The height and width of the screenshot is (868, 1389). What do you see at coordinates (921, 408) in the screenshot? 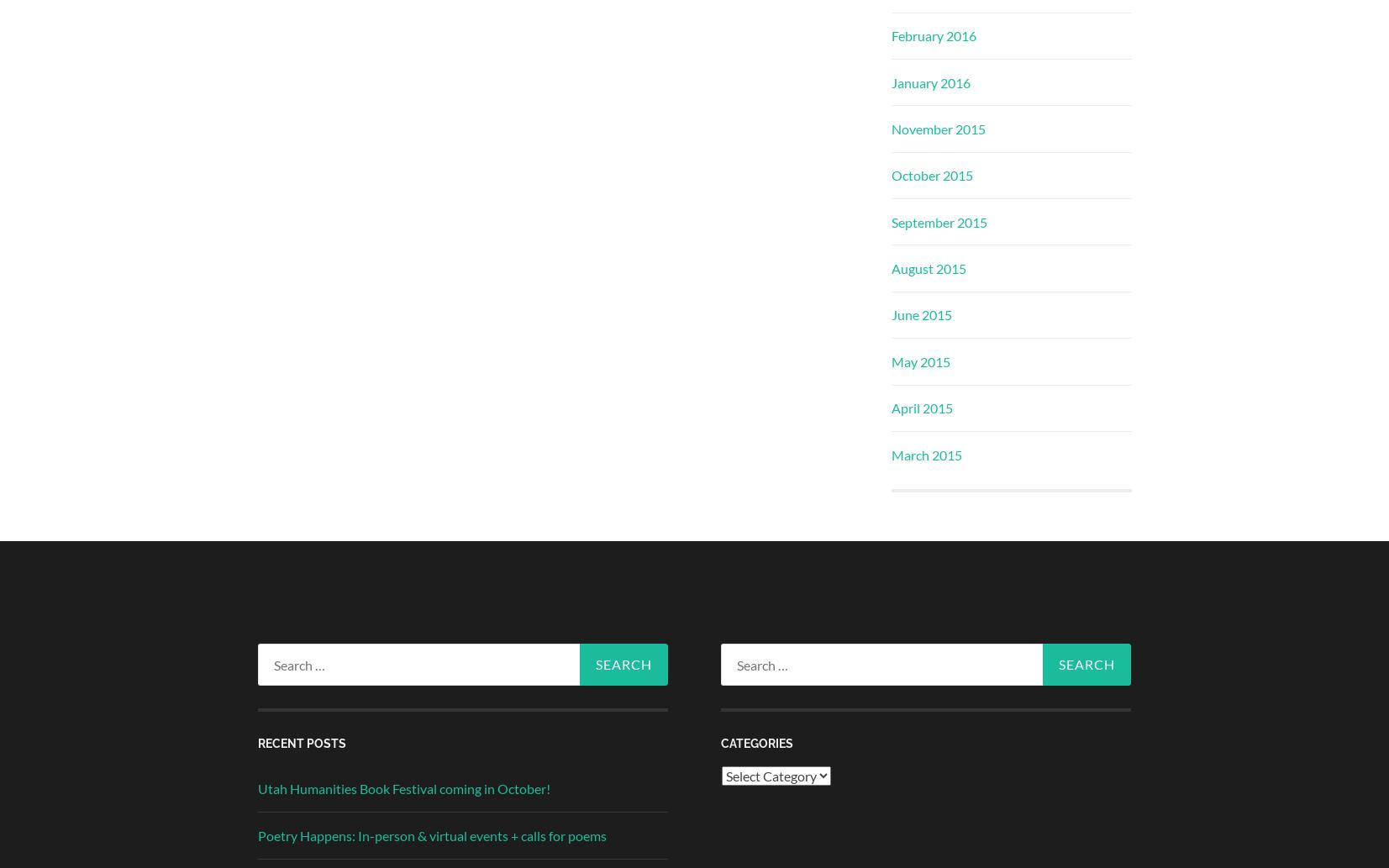
I see `'April 2015'` at bounding box center [921, 408].